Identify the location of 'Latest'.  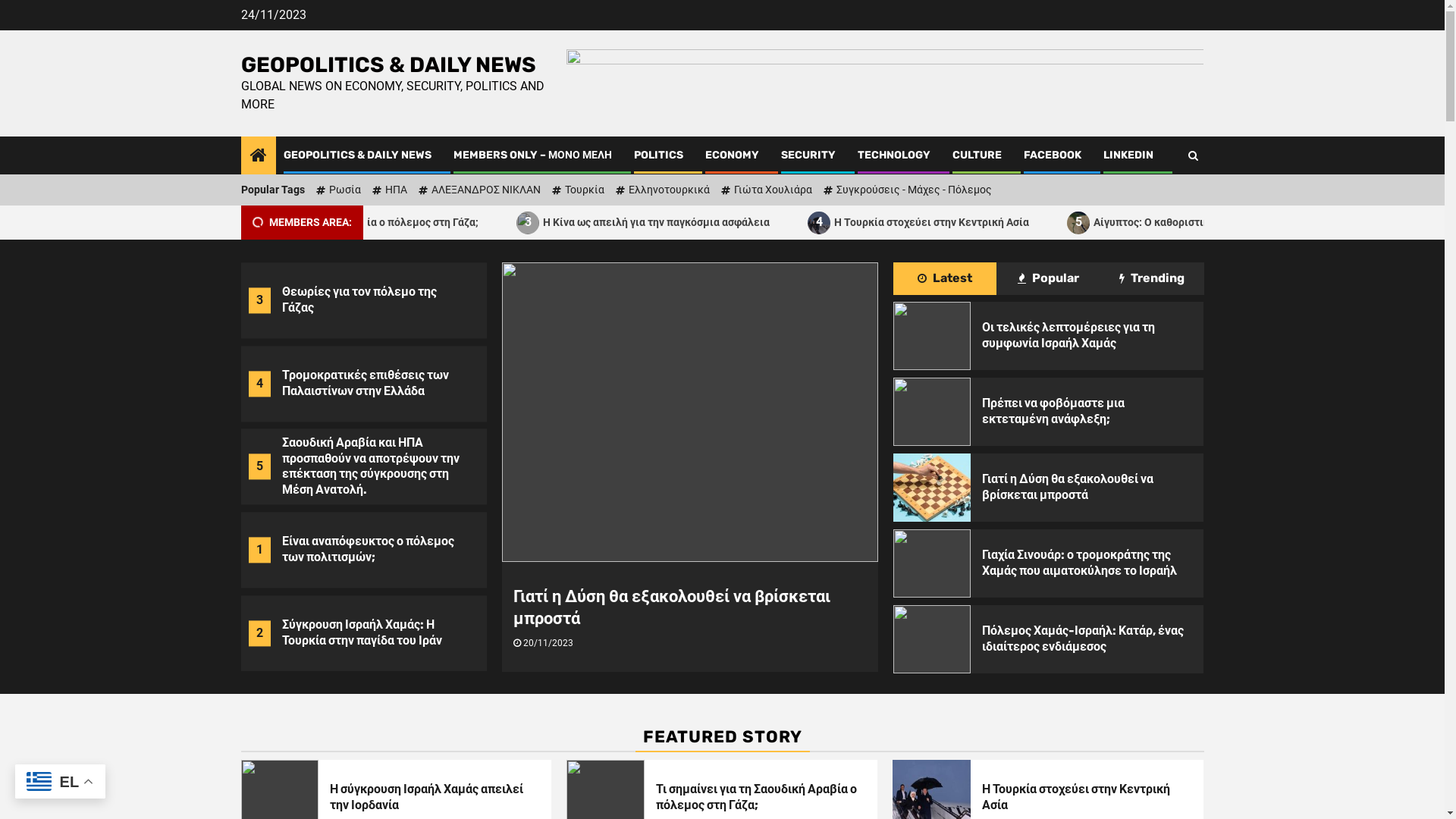
(944, 278).